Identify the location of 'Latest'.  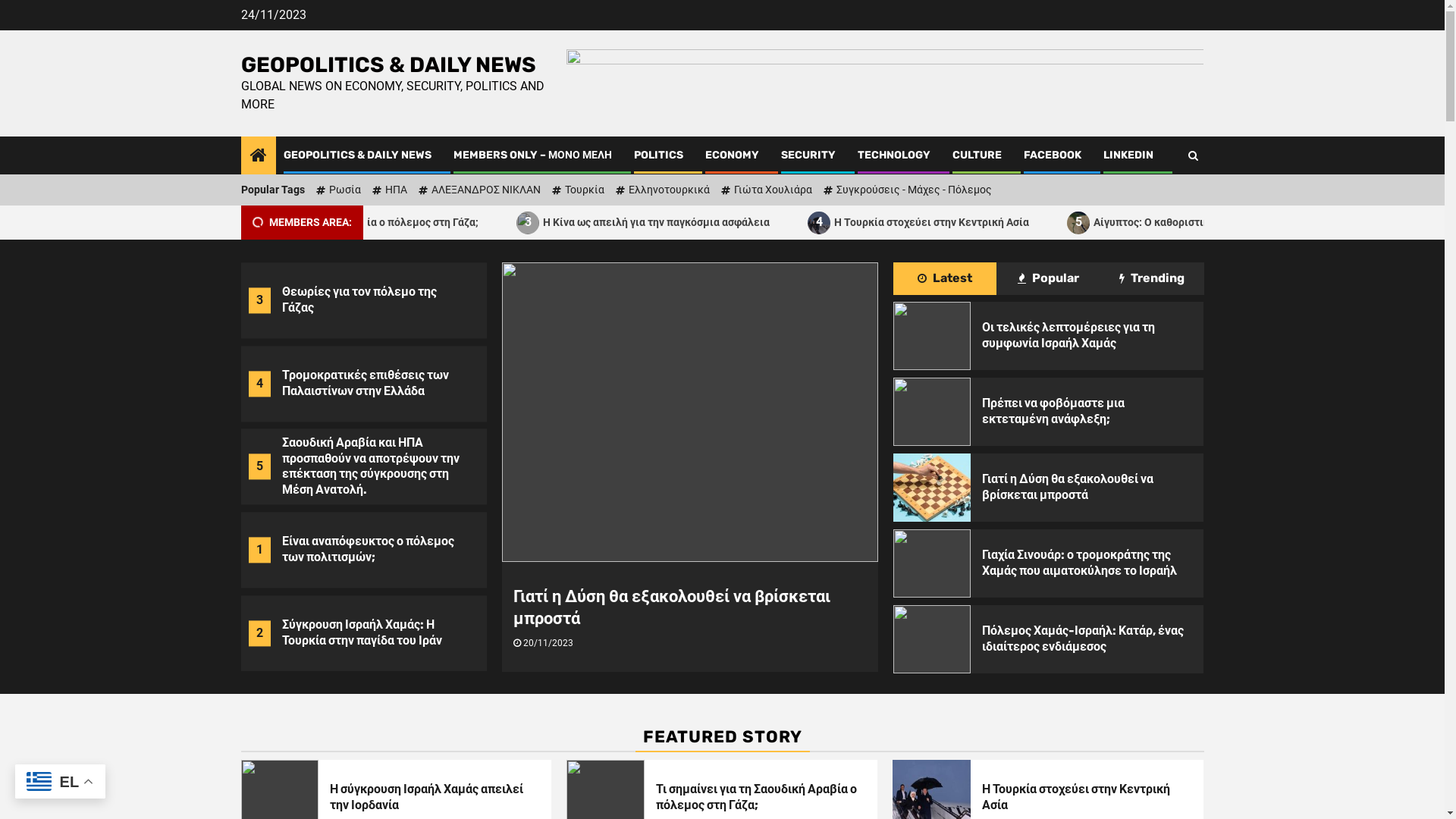
(944, 278).